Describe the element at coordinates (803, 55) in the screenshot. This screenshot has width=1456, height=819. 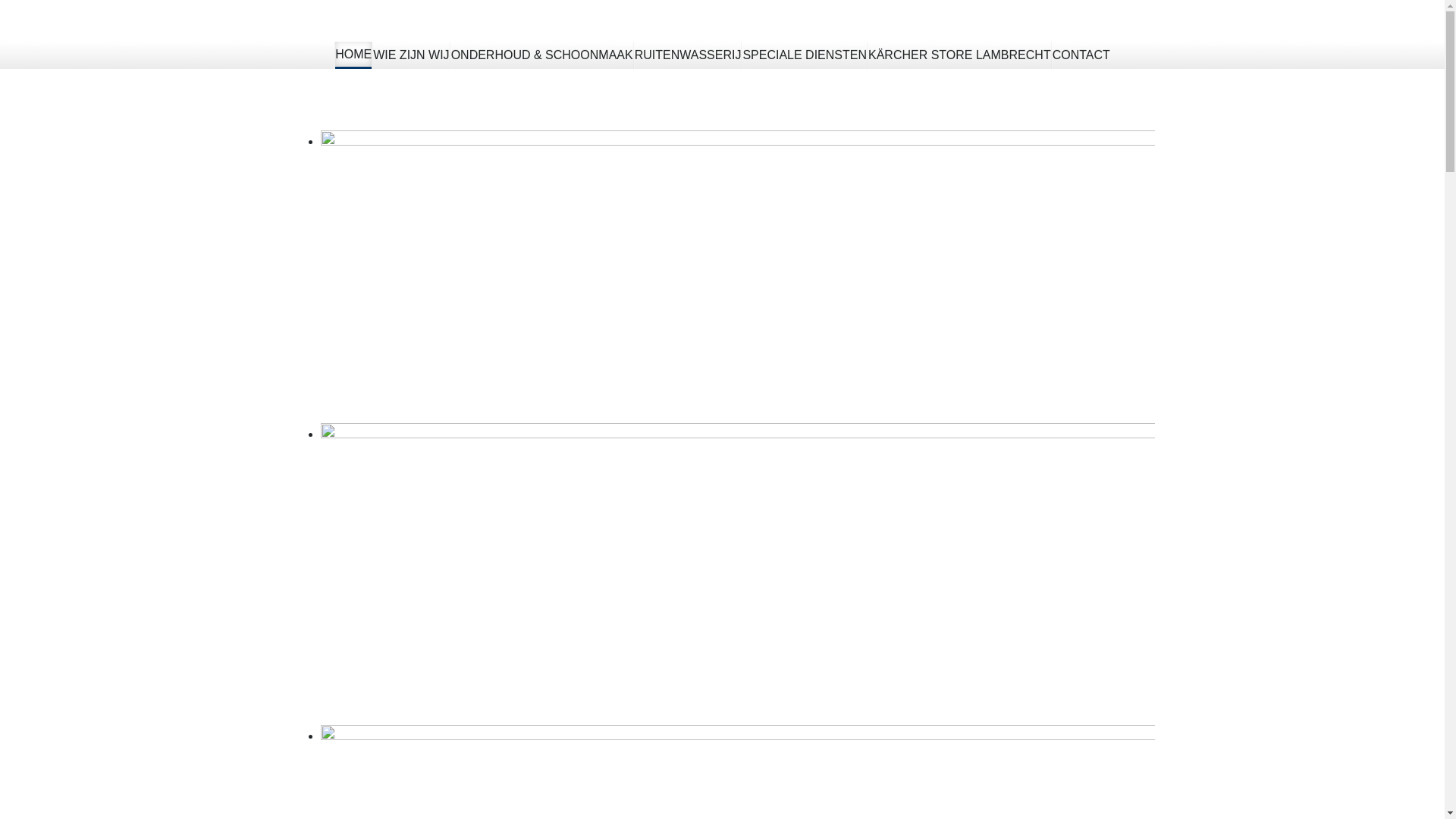
I see `'SPECIALE DIENSTEN'` at that location.